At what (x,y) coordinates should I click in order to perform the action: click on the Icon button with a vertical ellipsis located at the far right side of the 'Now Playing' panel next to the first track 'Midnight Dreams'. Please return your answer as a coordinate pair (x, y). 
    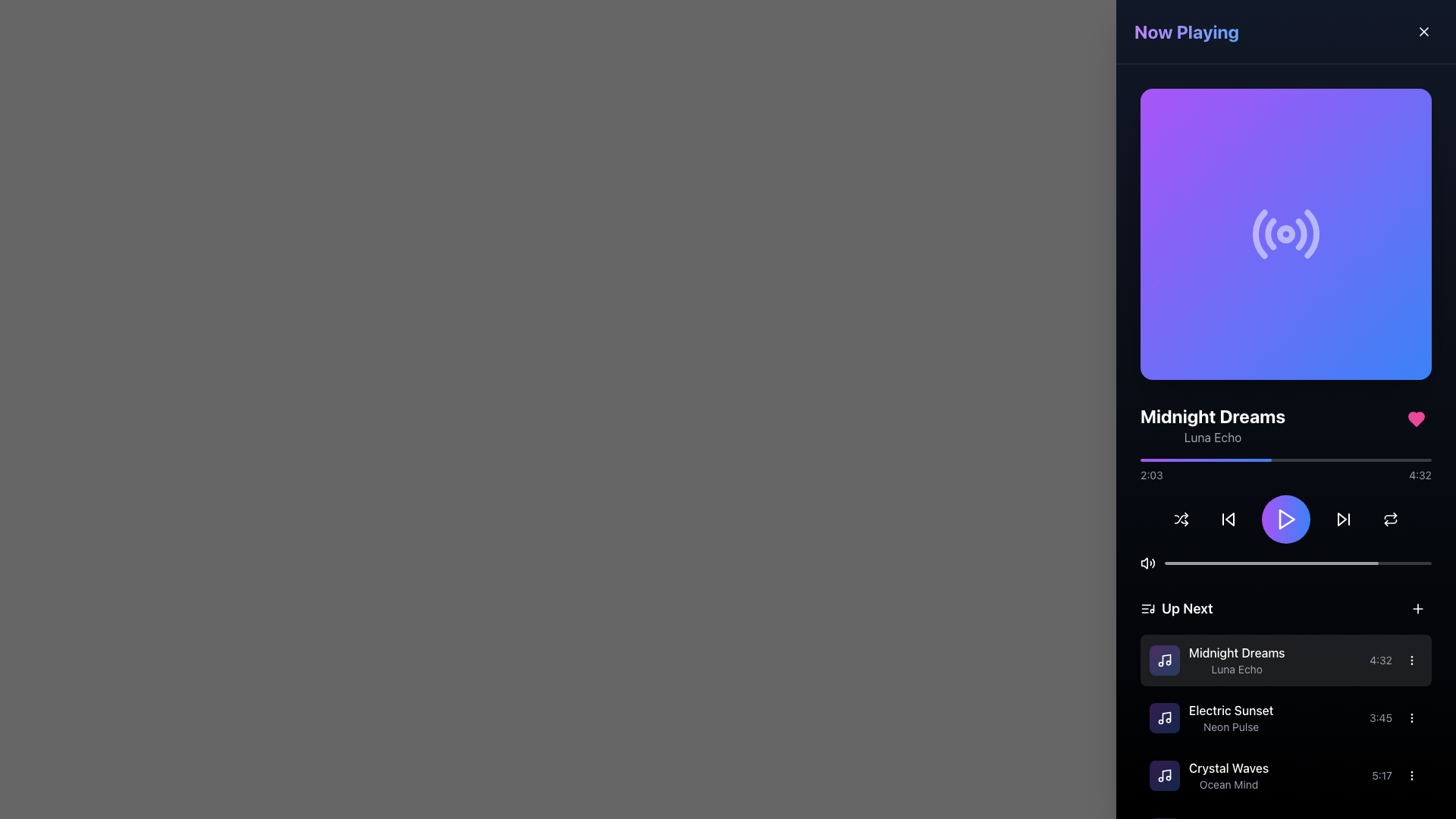
    Looking at the image, I should click on (1411, 660).